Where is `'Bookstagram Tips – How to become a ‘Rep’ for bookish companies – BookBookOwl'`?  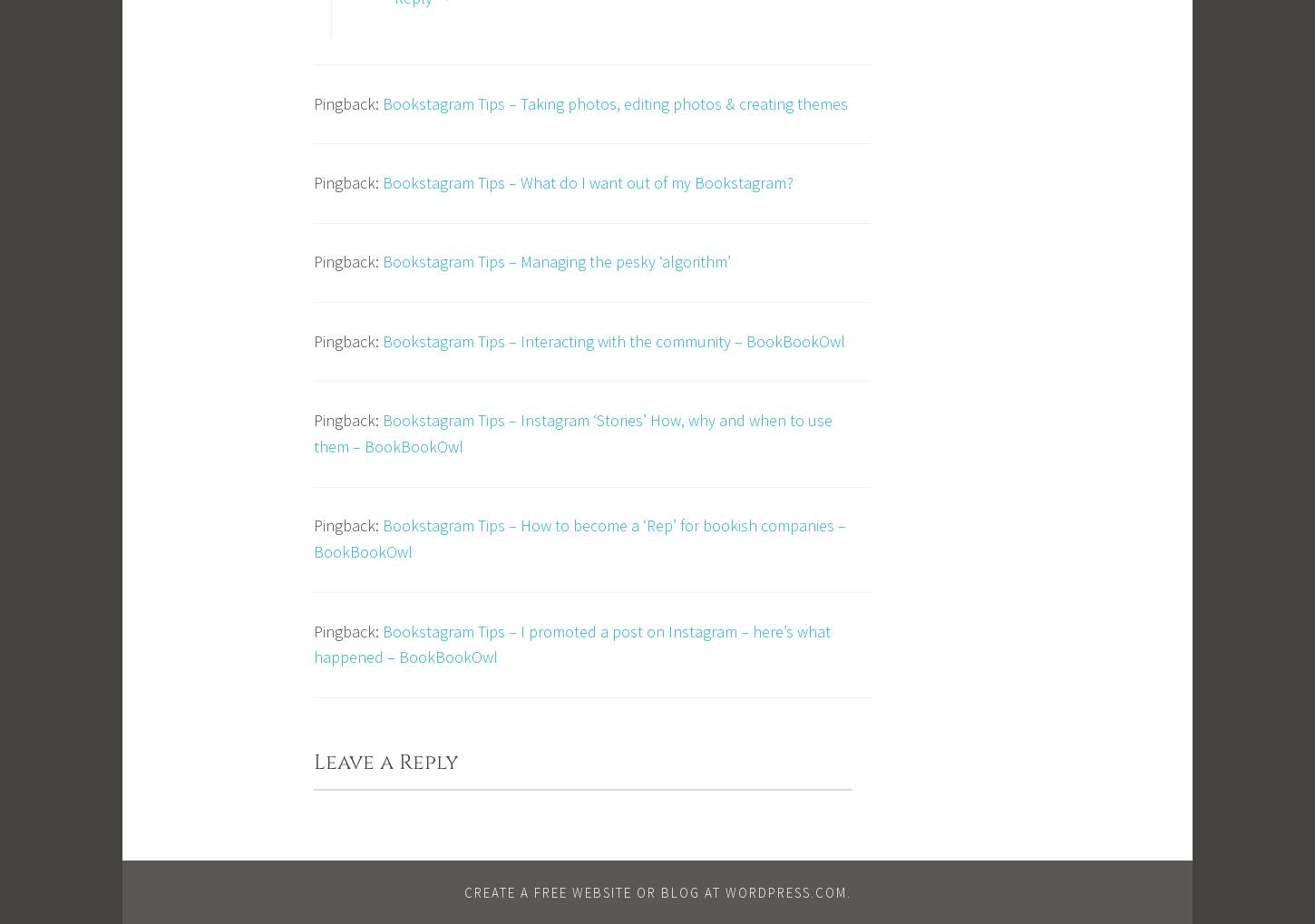
'Bookstagram Tips – How to become a ‘Rep’ for bookish companies – BookBookOwl' is located at coordinates (313, 537).